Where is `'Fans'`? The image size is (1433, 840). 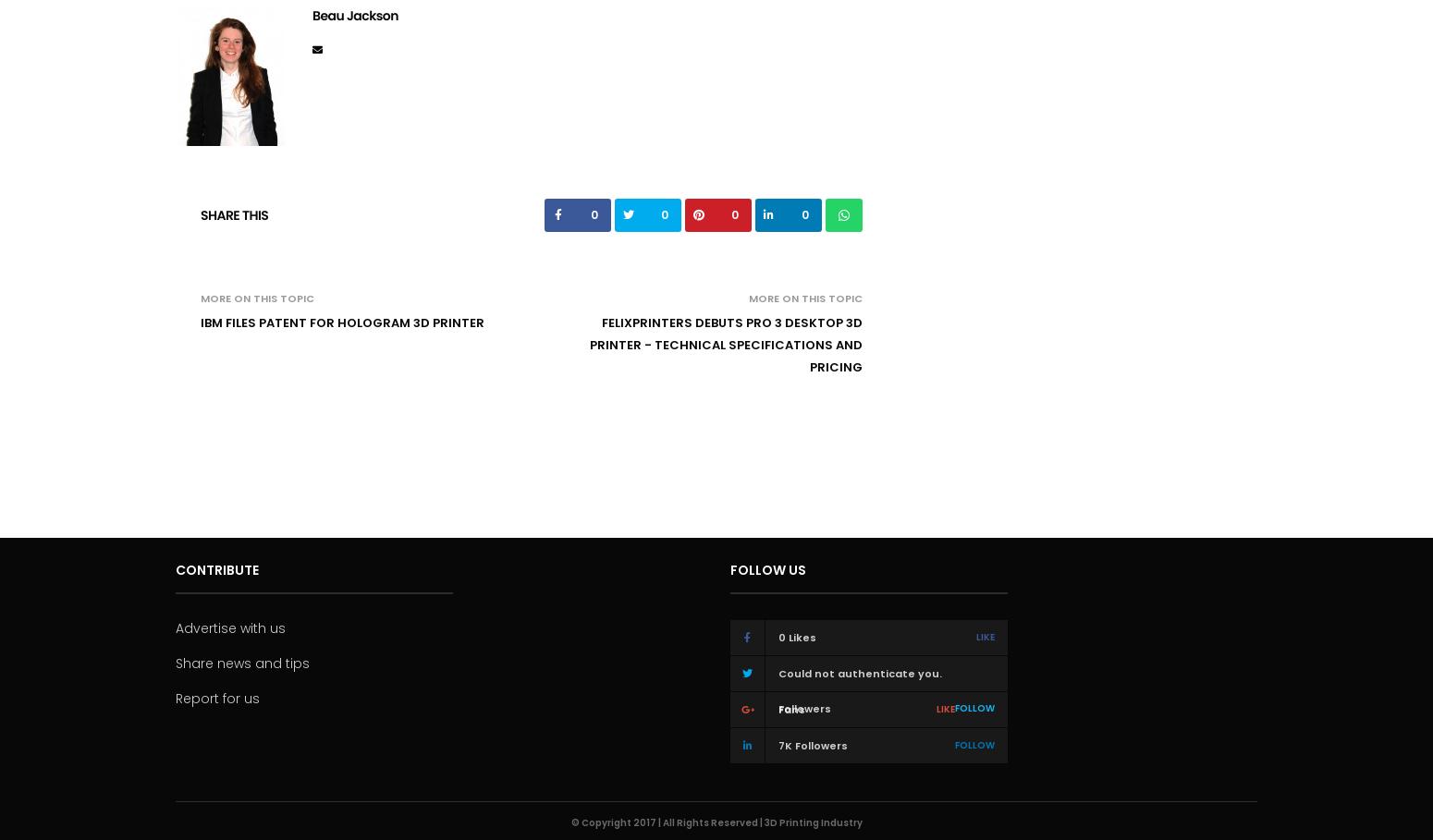 'Fans' is located at coordinates (791, 709).